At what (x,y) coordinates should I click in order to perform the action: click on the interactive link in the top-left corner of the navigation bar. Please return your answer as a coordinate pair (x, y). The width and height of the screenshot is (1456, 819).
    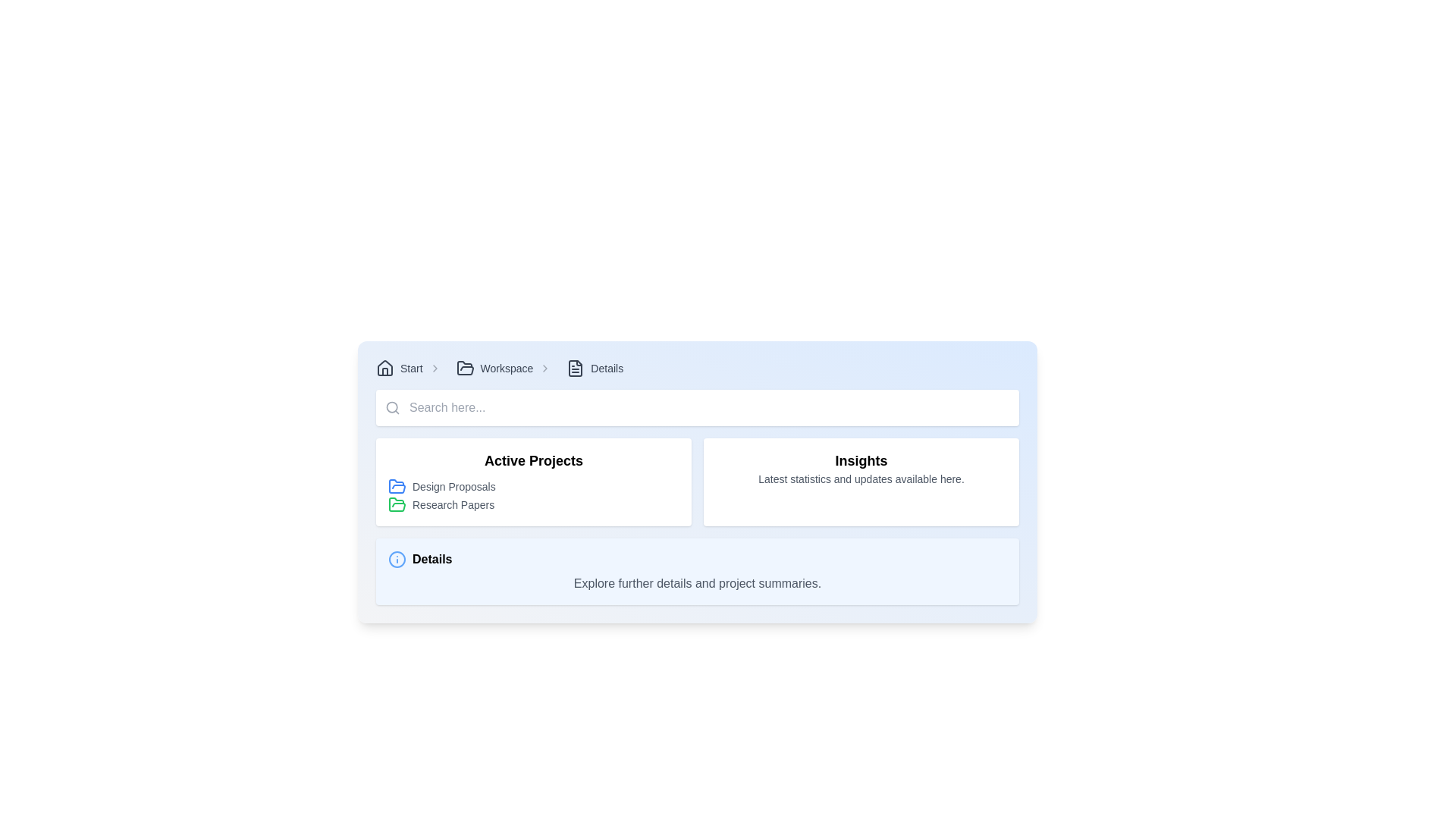
    Looking at the image, I should click on (399, 369).